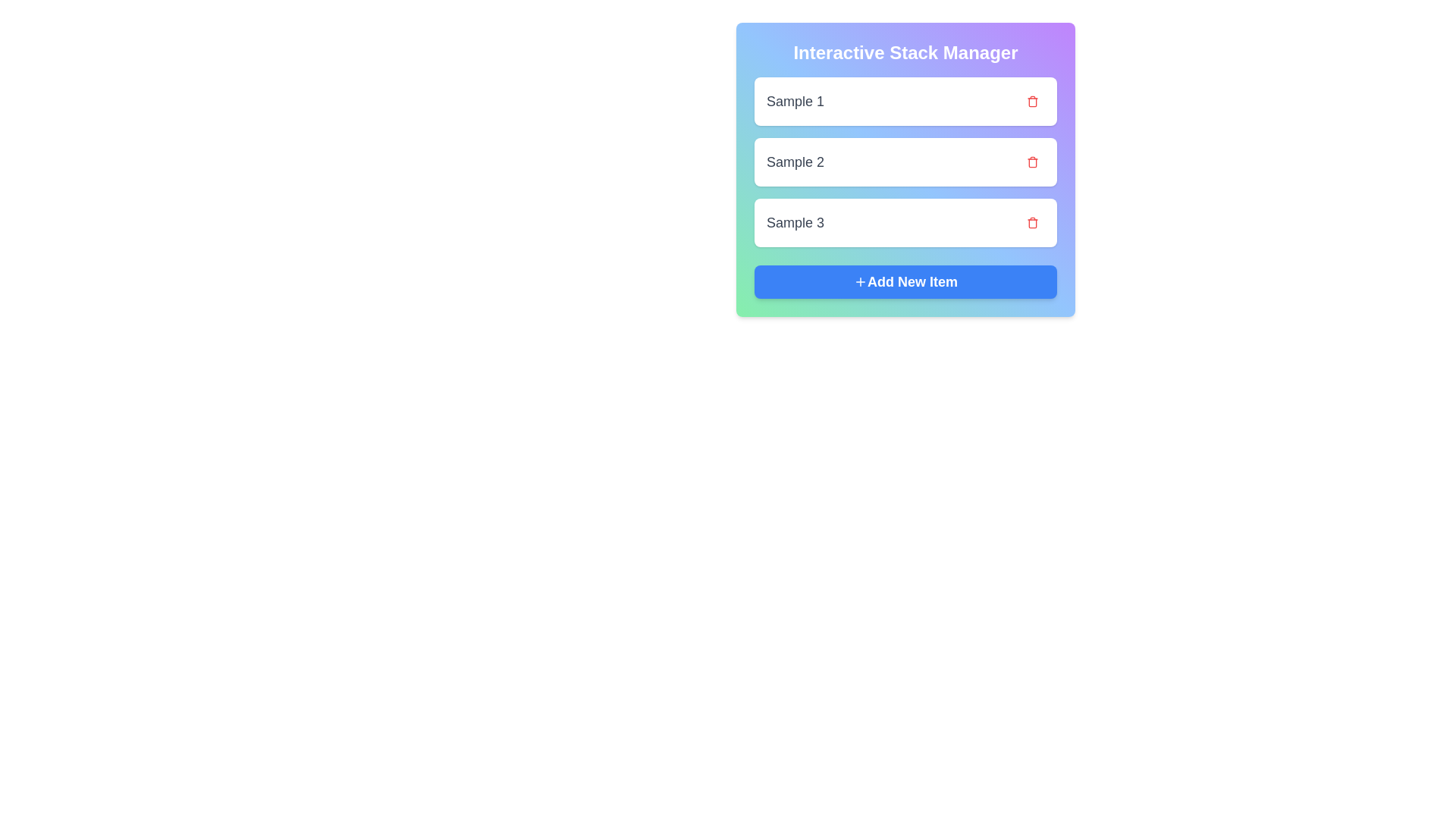 Image resolution: width=1456 pixels, height=819 pixels. What do you see at coordinates (1032, 222) in the screenshot?
I see `the delete button located to the right of the 'Sample 3' text in the third row of the list` at bounding box center [1032, 222].